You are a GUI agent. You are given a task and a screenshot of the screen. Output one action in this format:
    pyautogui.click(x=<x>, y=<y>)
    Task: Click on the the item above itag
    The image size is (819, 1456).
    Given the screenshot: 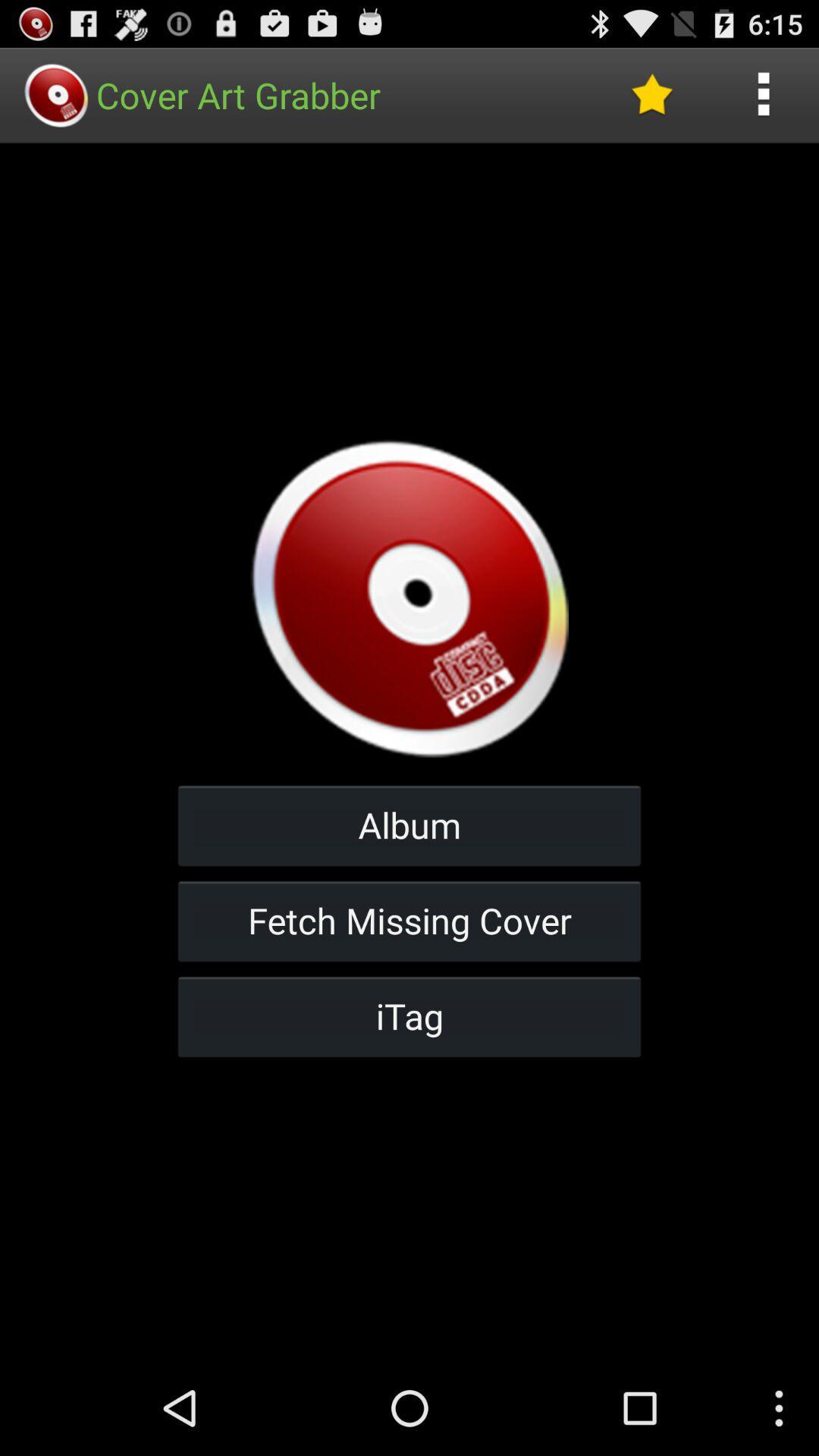 What is the action you would take?
    pyautogui.click(x=409, y=920)
    